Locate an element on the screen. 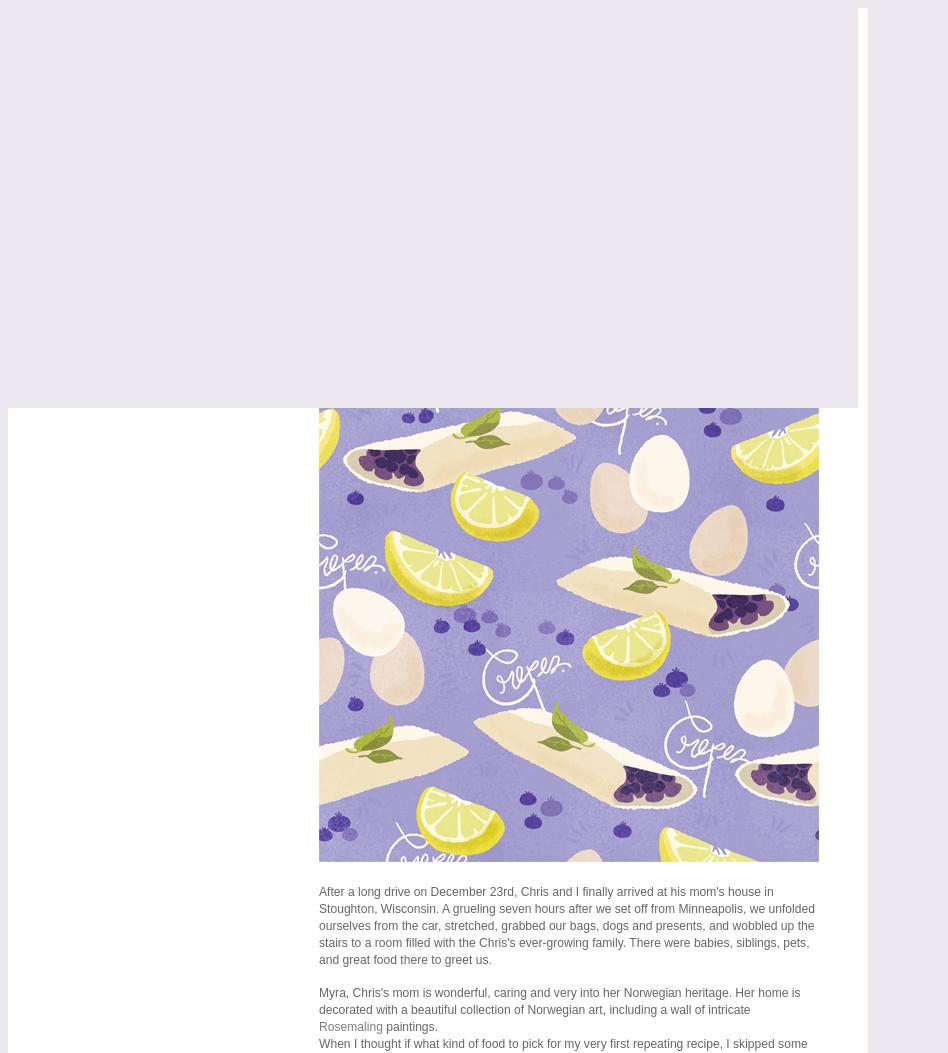 This screenshot has width=948, height=1053. 'paintings.' is located at coordinates (381, 1025).